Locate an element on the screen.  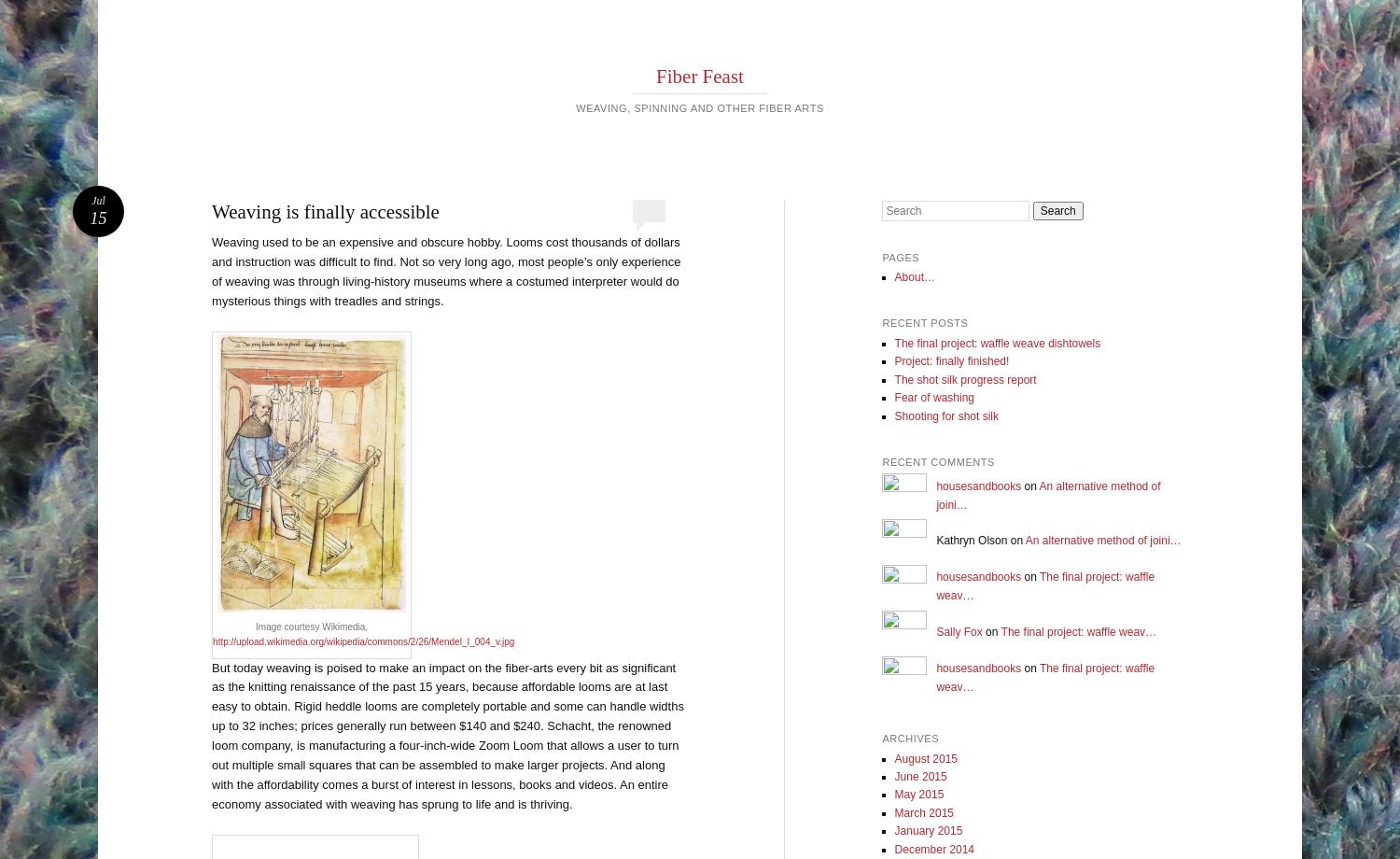
'Recent Comments' is located at coordinates (938, 461).